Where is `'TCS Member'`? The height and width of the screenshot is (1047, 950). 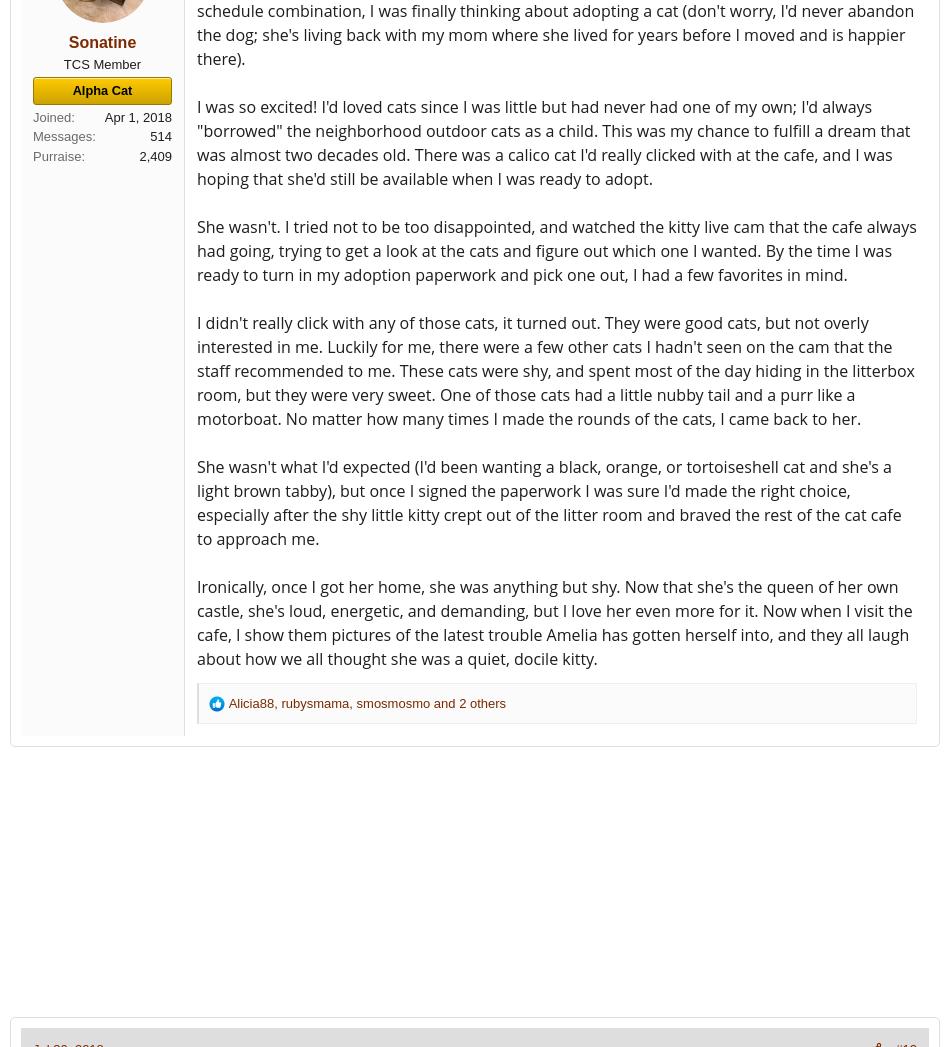 'TCS Member' is located at coordinates (102, 63).